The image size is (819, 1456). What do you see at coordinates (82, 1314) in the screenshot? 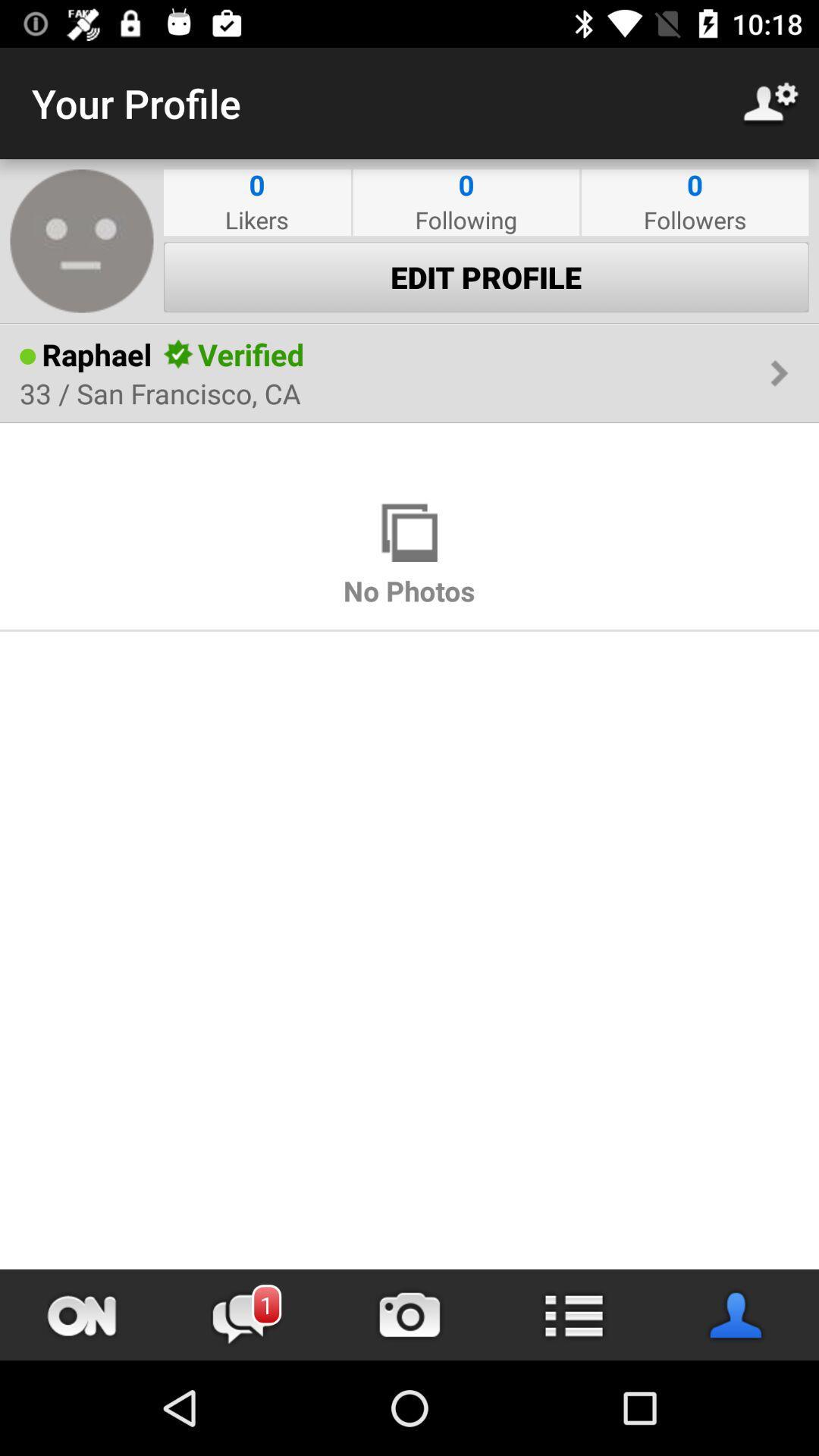
I see `turn profile on` at bounding box center [82, 1314].